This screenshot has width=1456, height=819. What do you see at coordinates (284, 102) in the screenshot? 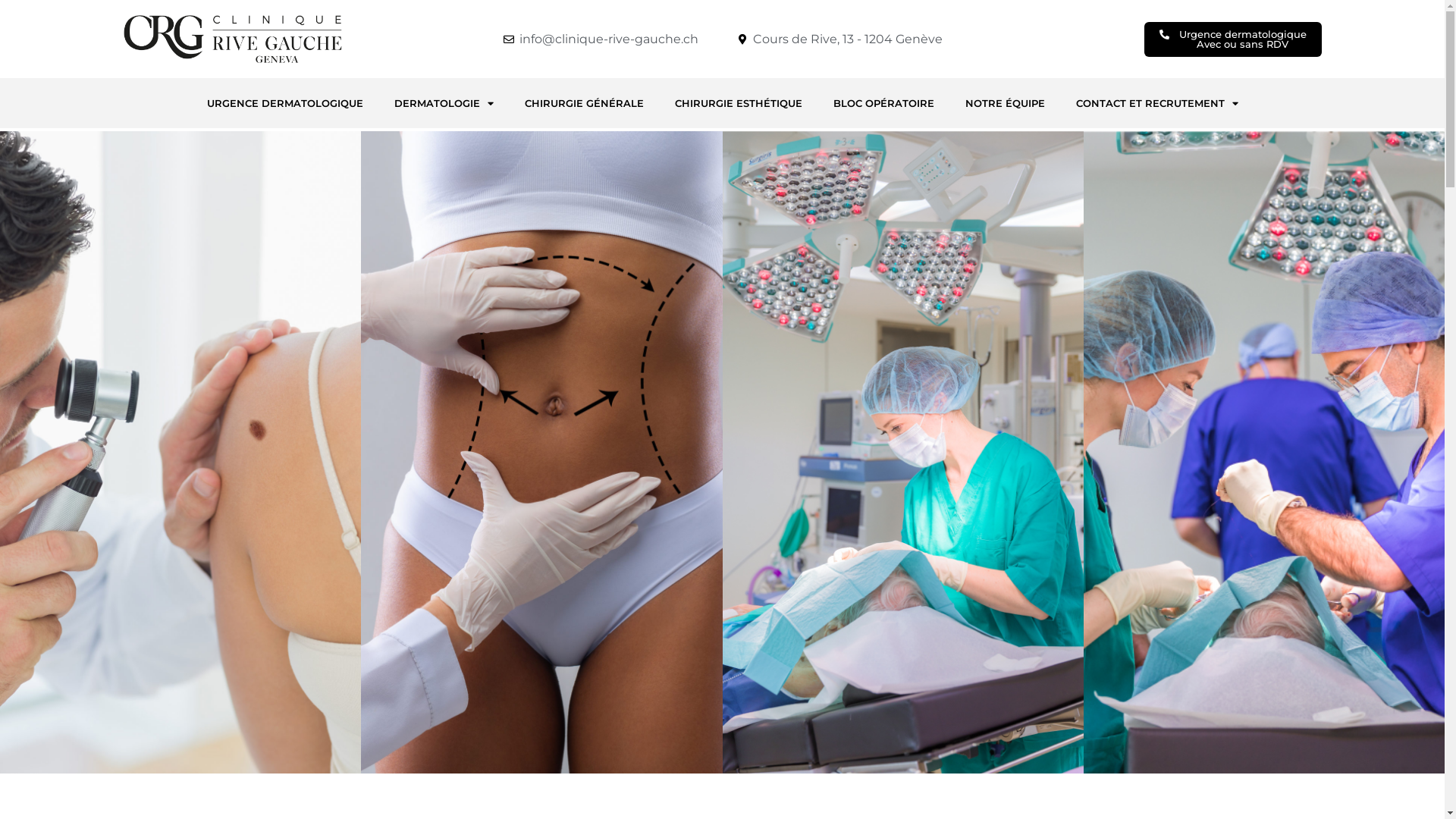
I see `'URGENCE DERMATOLOGIQUE'` at bounding box center [284, 102].